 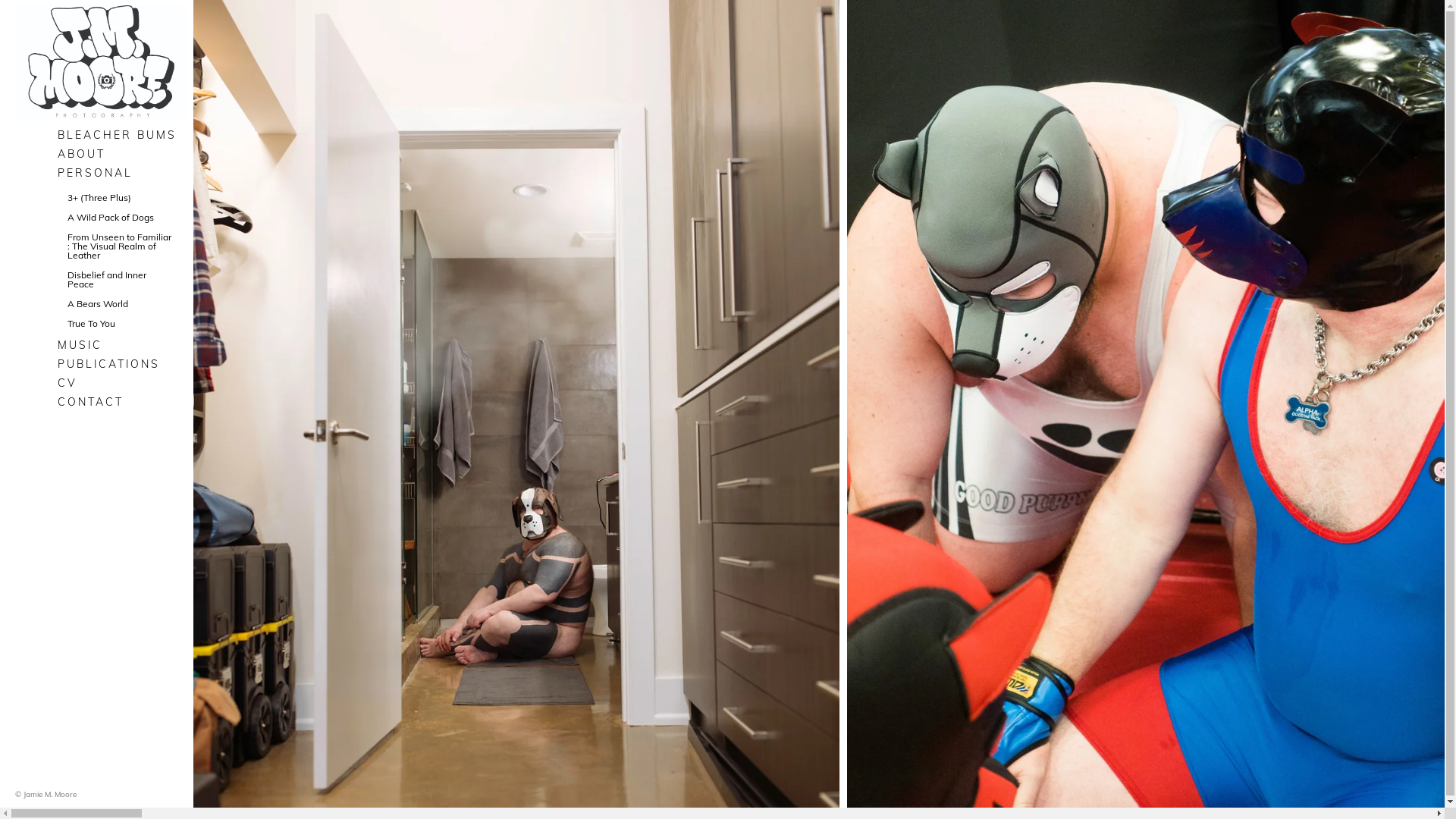 I want to click on 'True To You', so click(x=118, y=323).